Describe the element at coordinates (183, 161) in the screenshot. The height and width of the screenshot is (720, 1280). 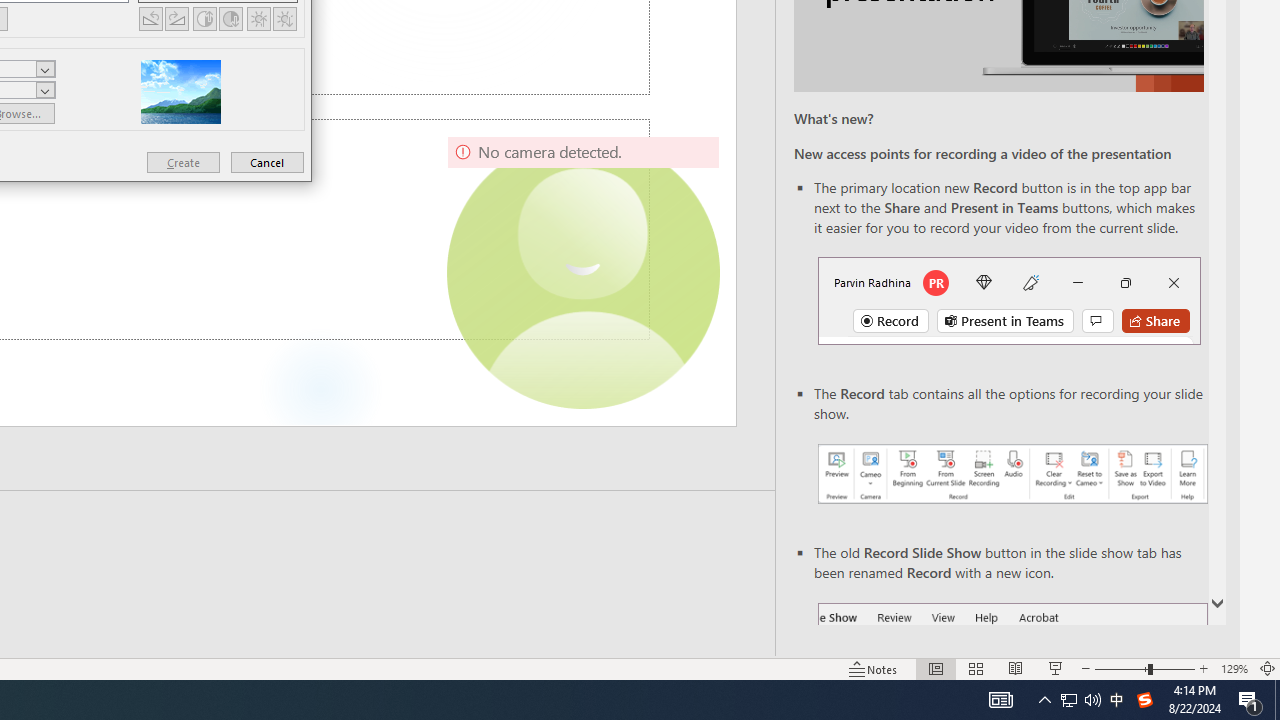
I see `'Create'` at that location.